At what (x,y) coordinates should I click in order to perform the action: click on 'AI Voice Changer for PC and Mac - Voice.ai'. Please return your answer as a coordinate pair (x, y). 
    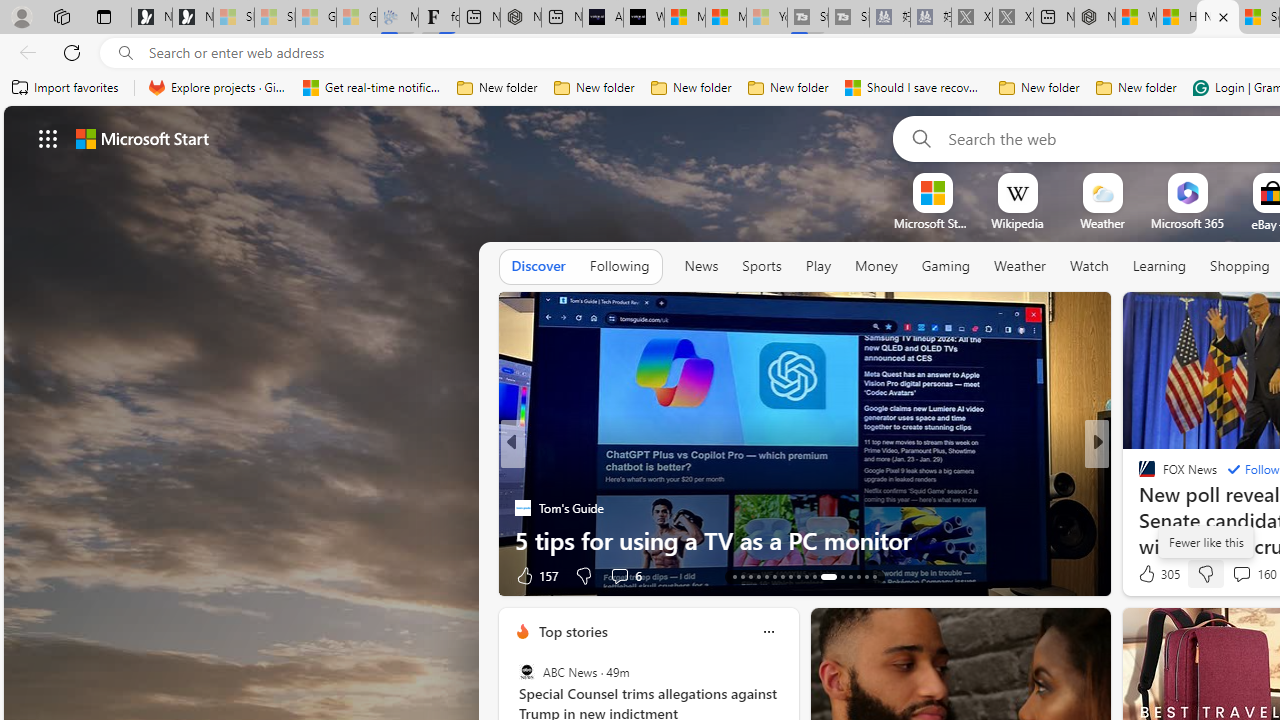
    Looking at the image, I should click on (601, 17).